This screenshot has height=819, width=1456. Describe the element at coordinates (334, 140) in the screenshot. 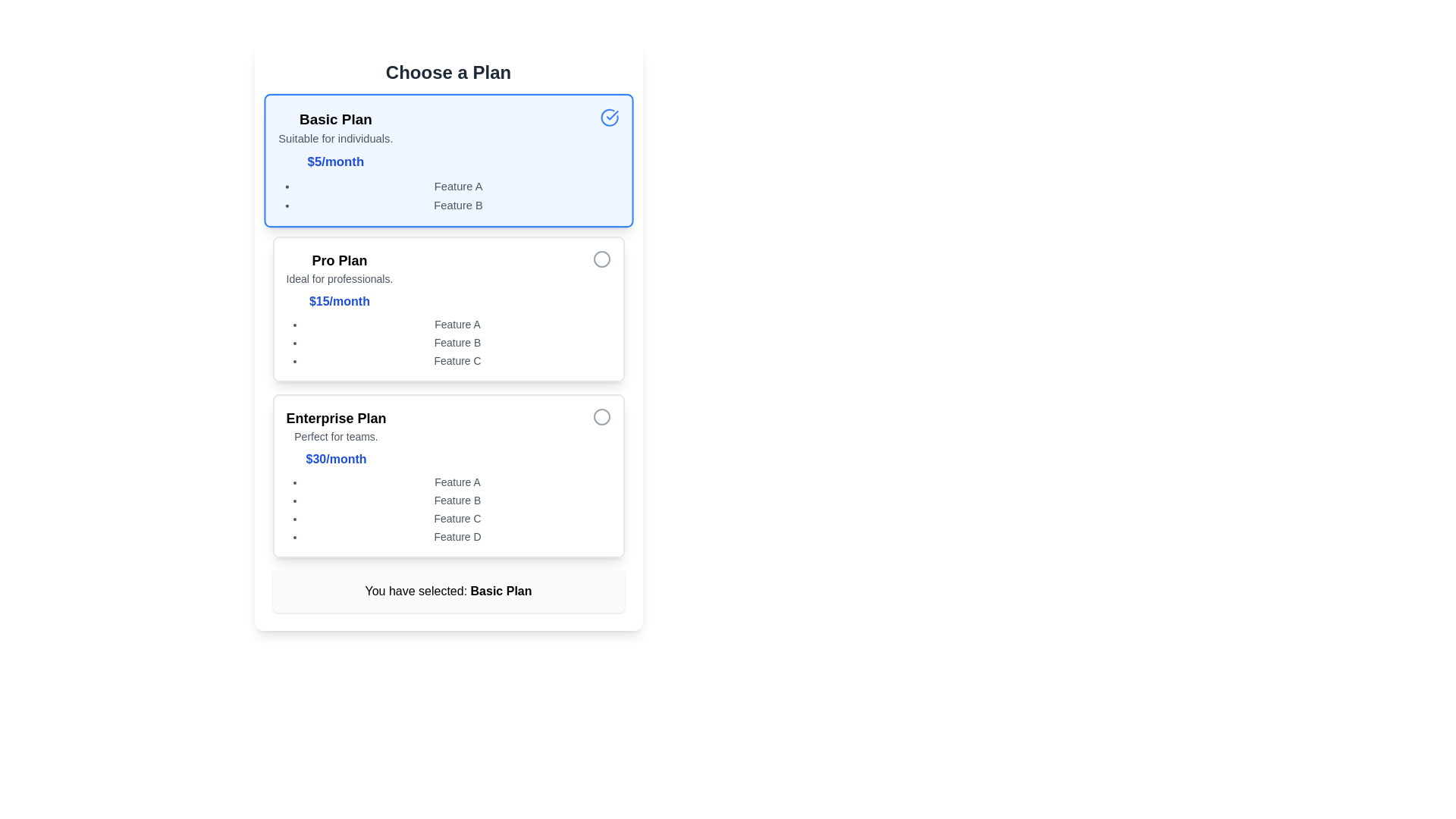

I see `text from the Information block titled 'Basic Plan', which includes the description 'Suitable for individuals.' and the price '$5/month'` at that location.